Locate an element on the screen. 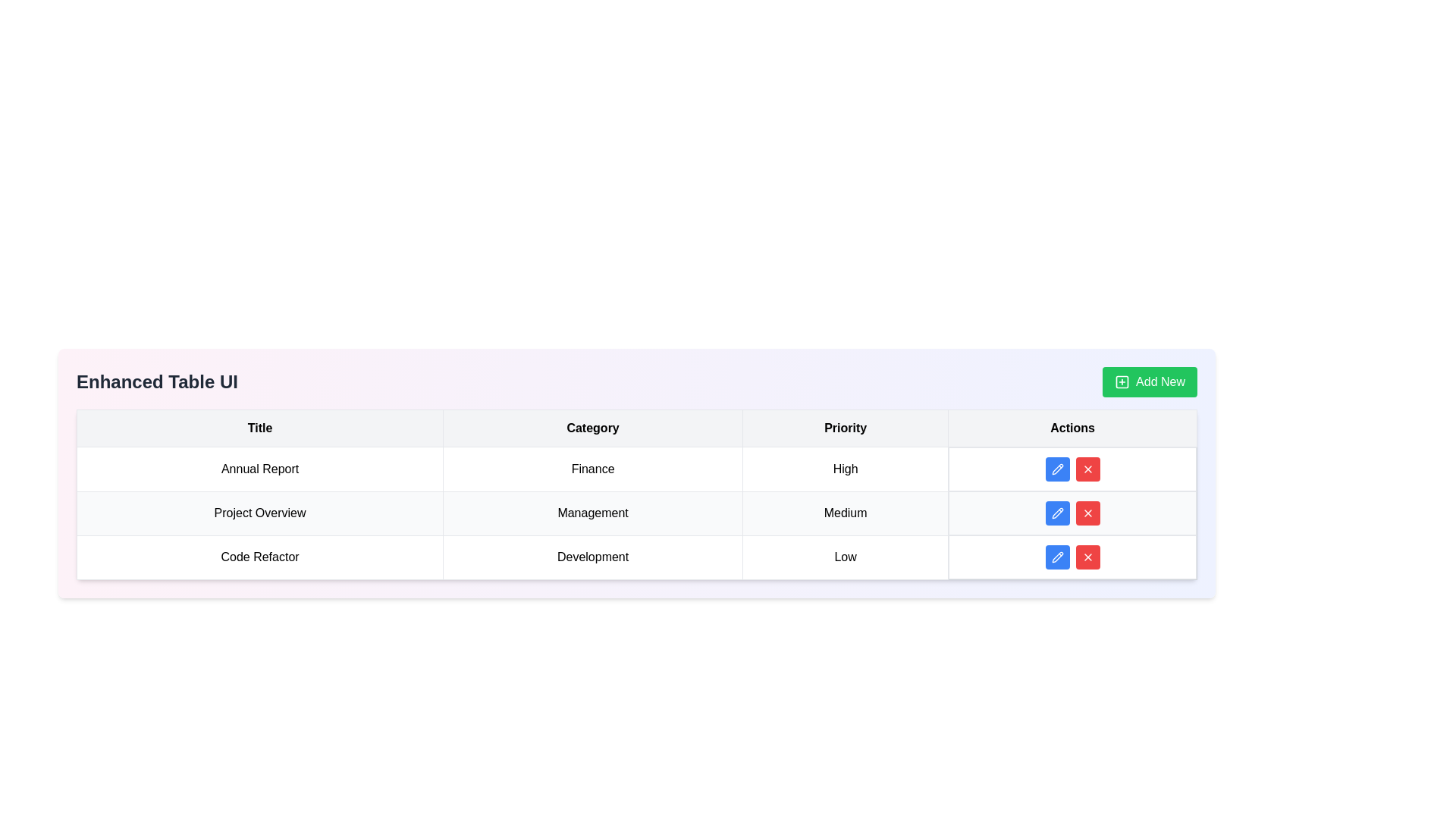 The height and width of the screenshot is (819, 1456). the 'Annual Report' text in the first cell of the first data row under the 'Title' column of the table is located at coordinates (260, 468).